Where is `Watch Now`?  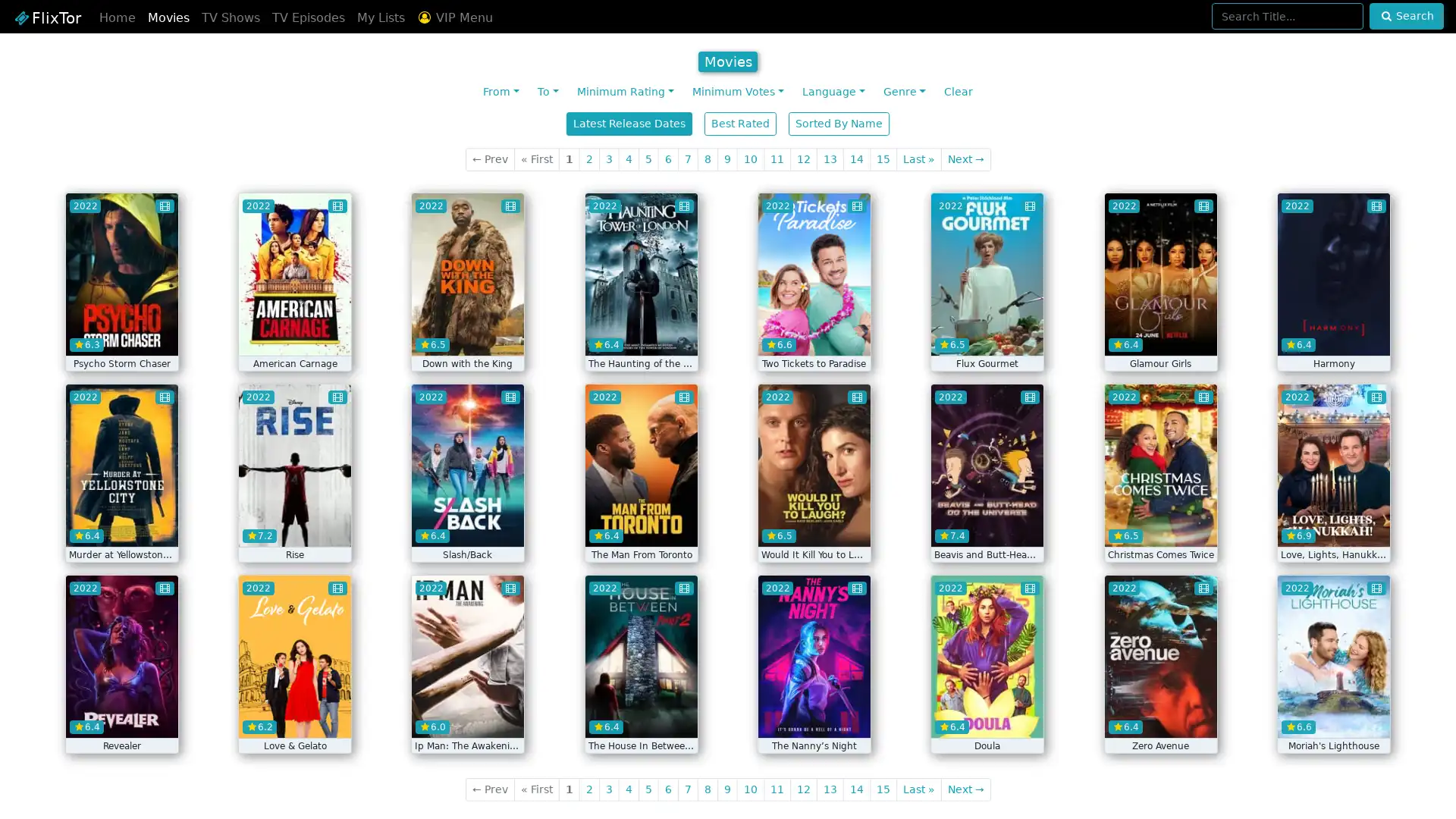 Watch Now is located at coordinates (987, 523).